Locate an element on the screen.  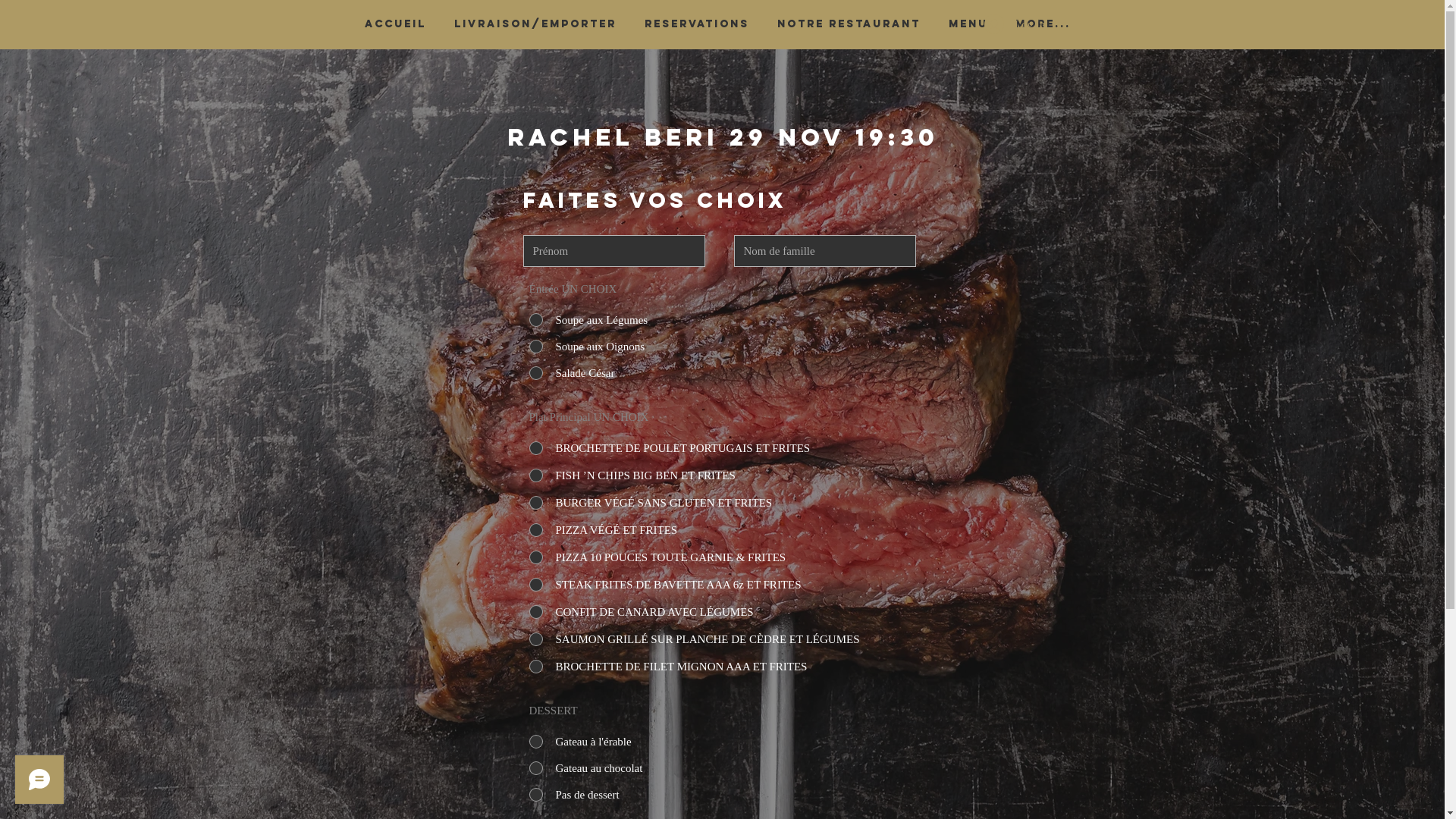
'ACCUEIL' is located at coordinates (395, 24).